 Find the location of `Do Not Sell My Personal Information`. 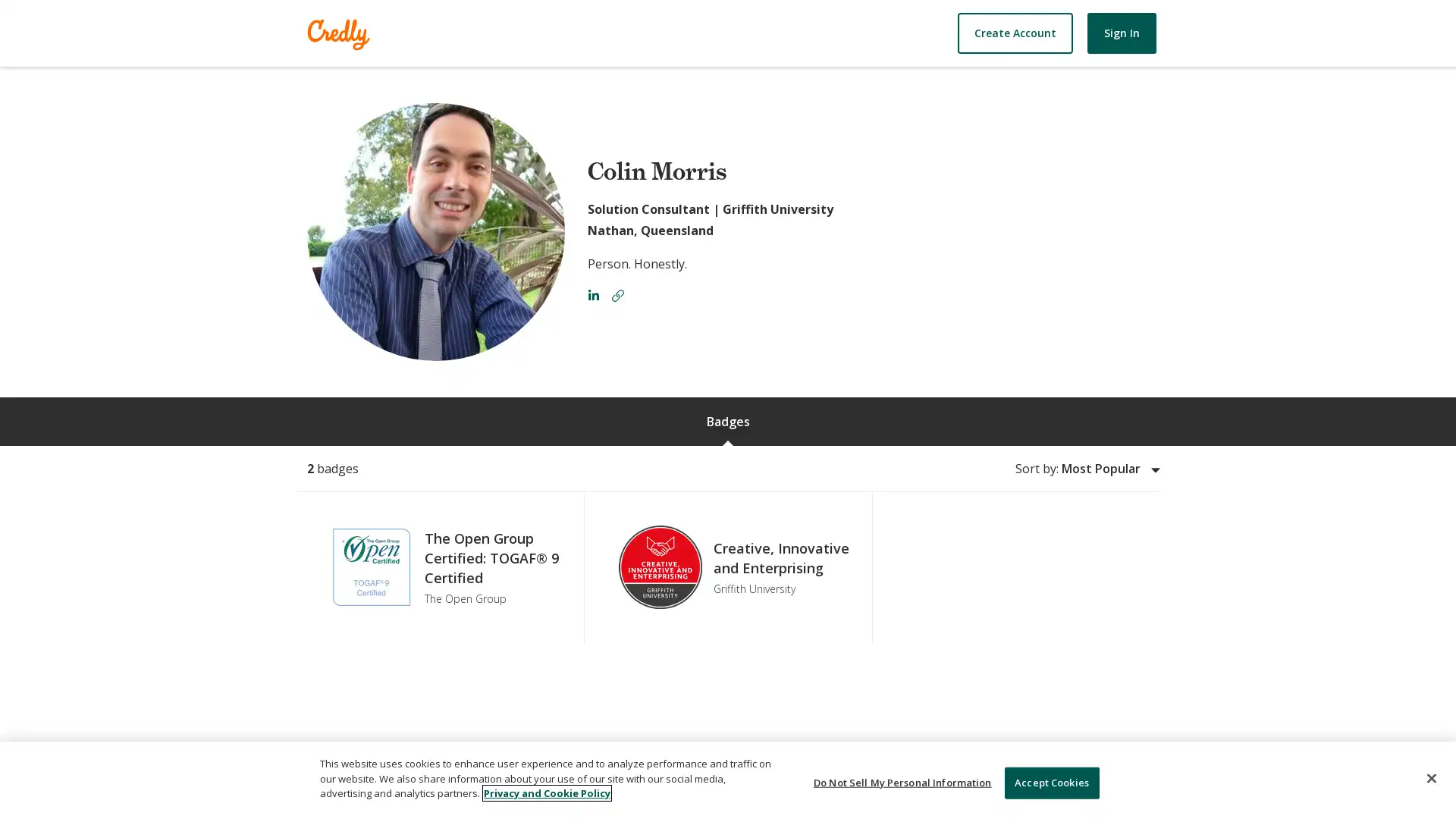

Do Not Sell My Personal Information is located at coordinates (902, 783).